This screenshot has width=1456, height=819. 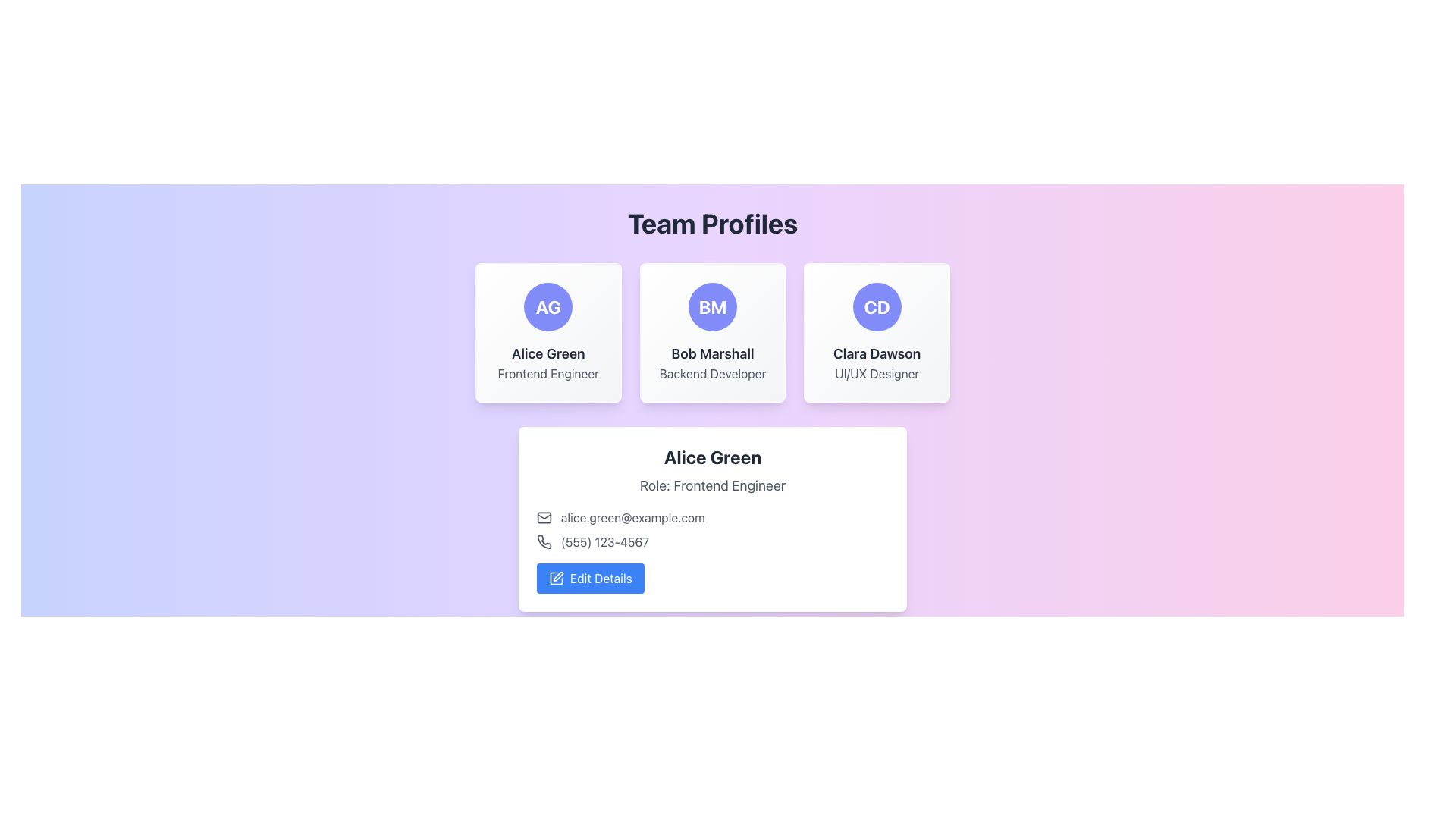 I want to click on the profile card for 'Clara Dawson', which displays 'CD' in a circular badge, so click(x=877, y=332).